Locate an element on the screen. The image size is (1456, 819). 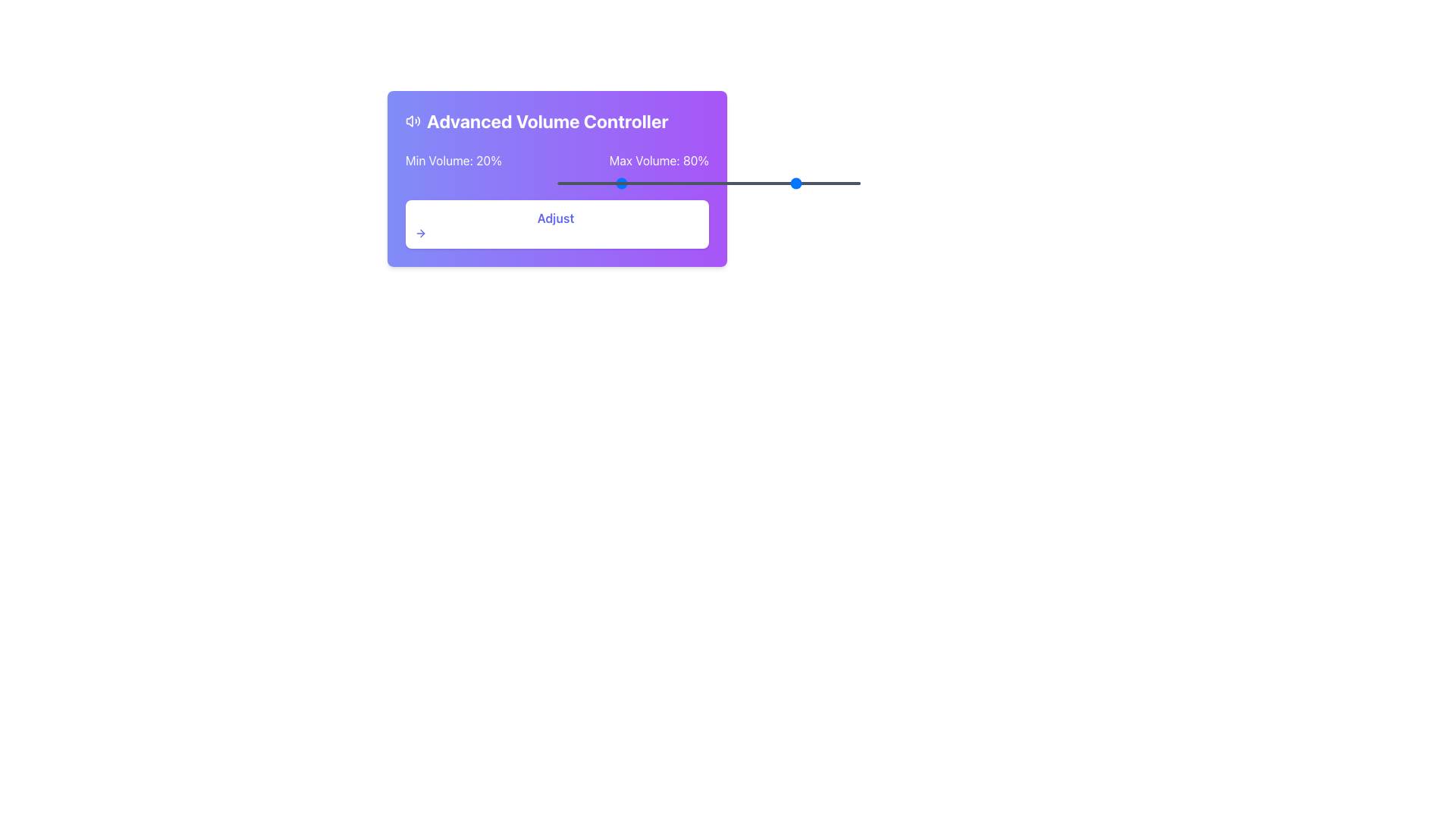
the slider is located at coordinates (608, 183).